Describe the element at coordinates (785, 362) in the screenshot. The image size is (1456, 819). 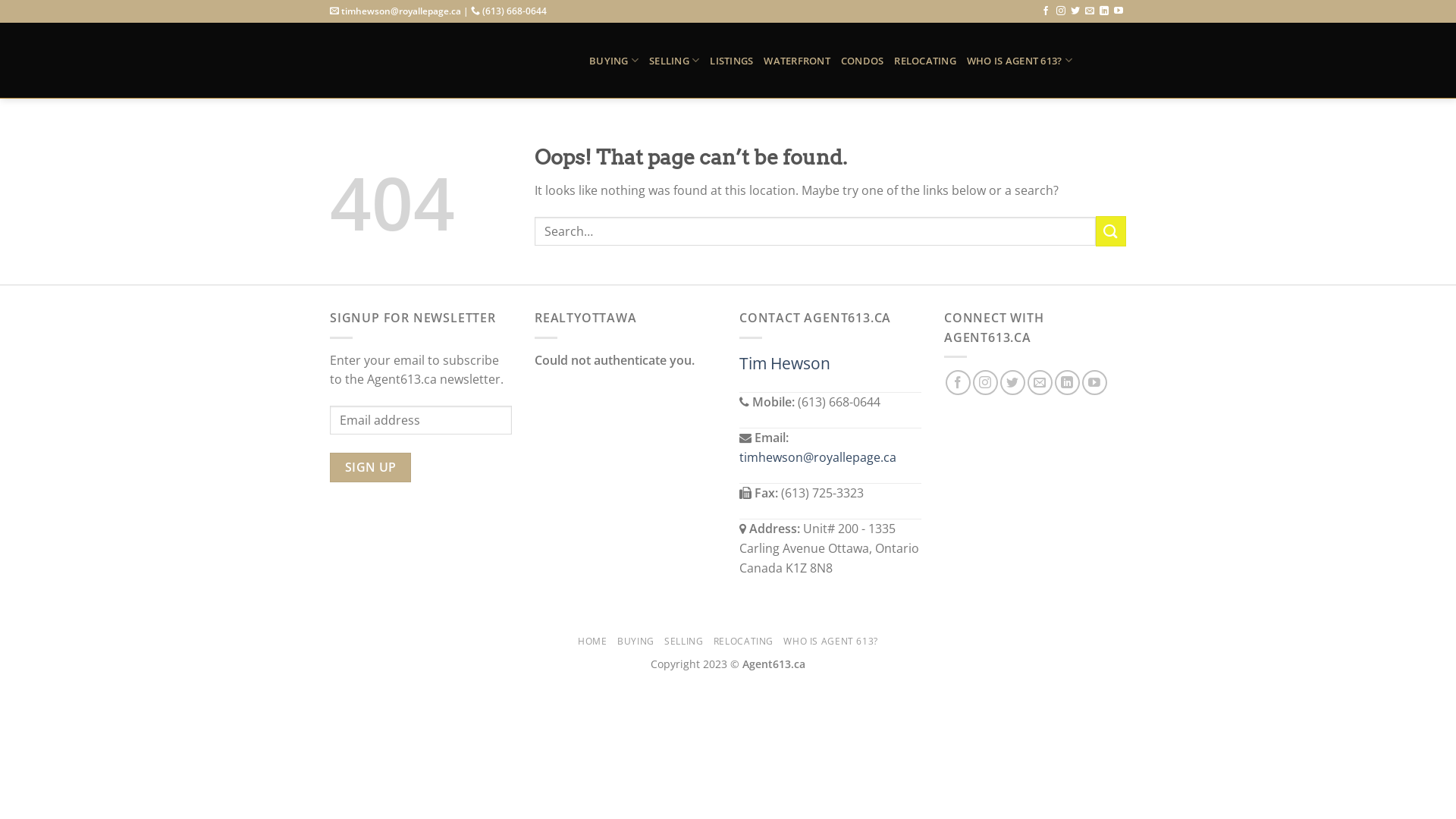
I see `'Tim Hewson'` at that location.